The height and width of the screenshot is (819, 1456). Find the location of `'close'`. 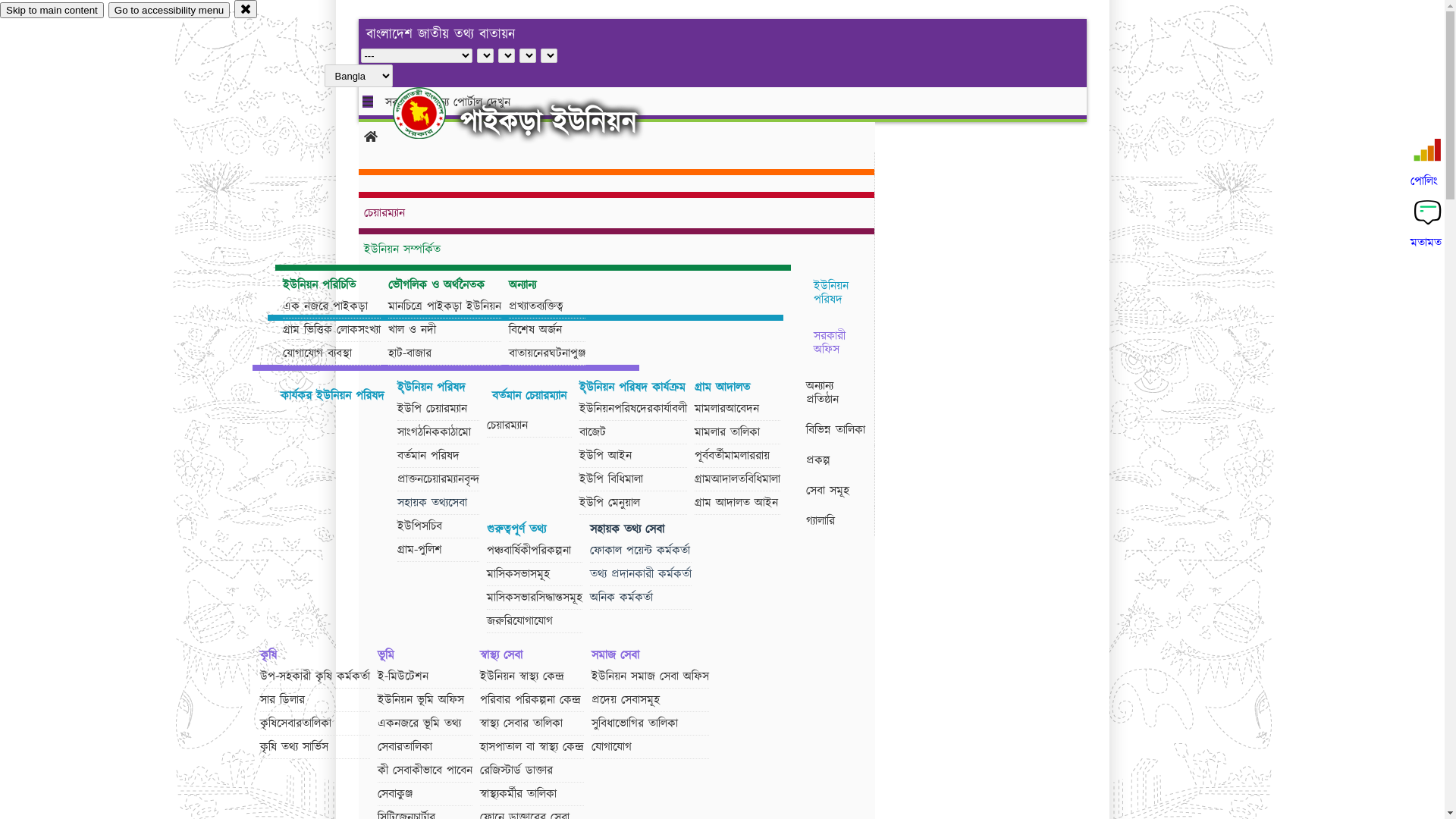

'close' is located at coordinates (246, 8).